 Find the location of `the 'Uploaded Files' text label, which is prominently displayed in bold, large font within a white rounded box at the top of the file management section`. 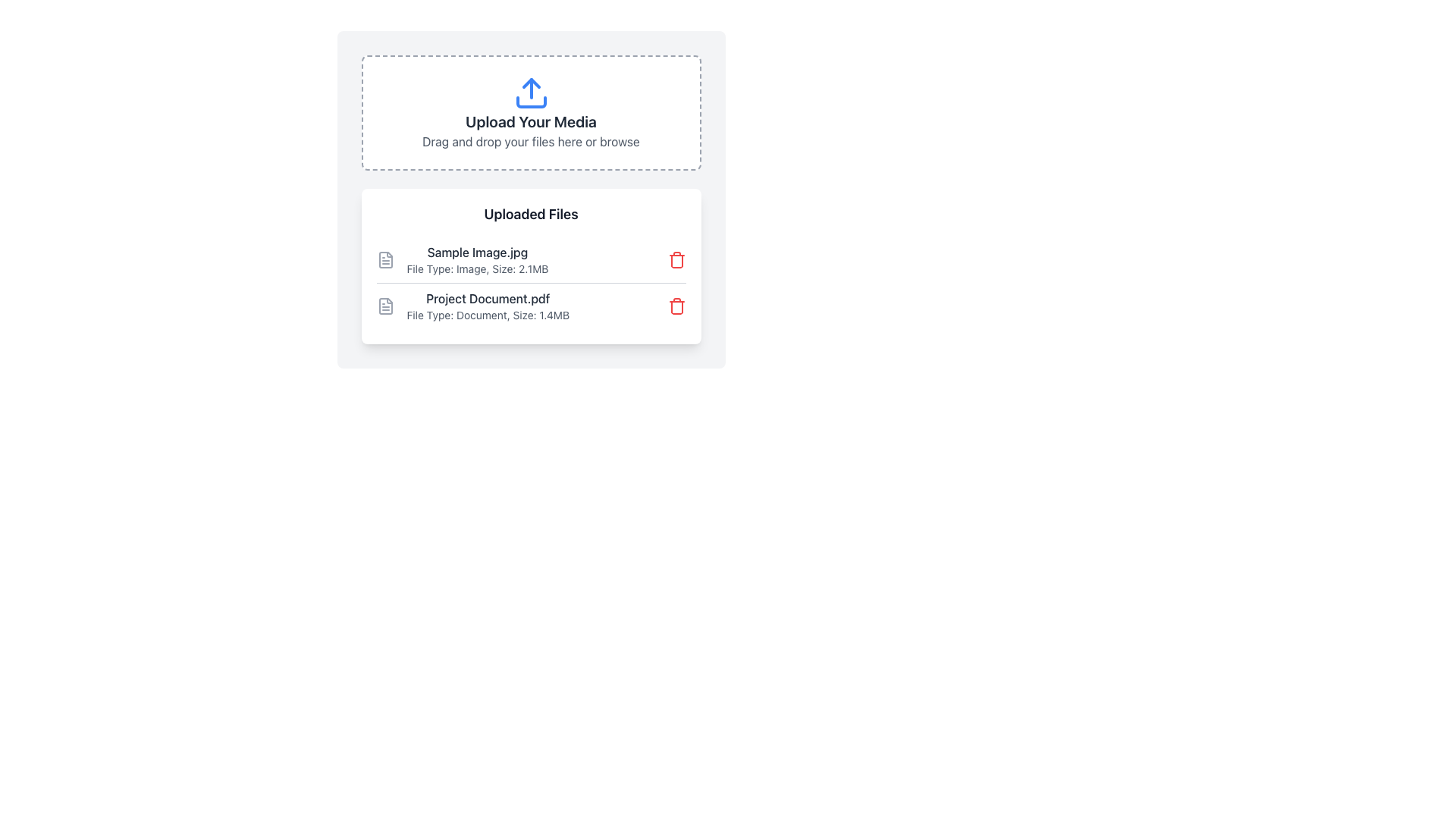

the 'Uploaded Files' text label, which is prominently displayed in bold, large font within a white rounded box at the top of the file management section is located at coordinates (531, 214).